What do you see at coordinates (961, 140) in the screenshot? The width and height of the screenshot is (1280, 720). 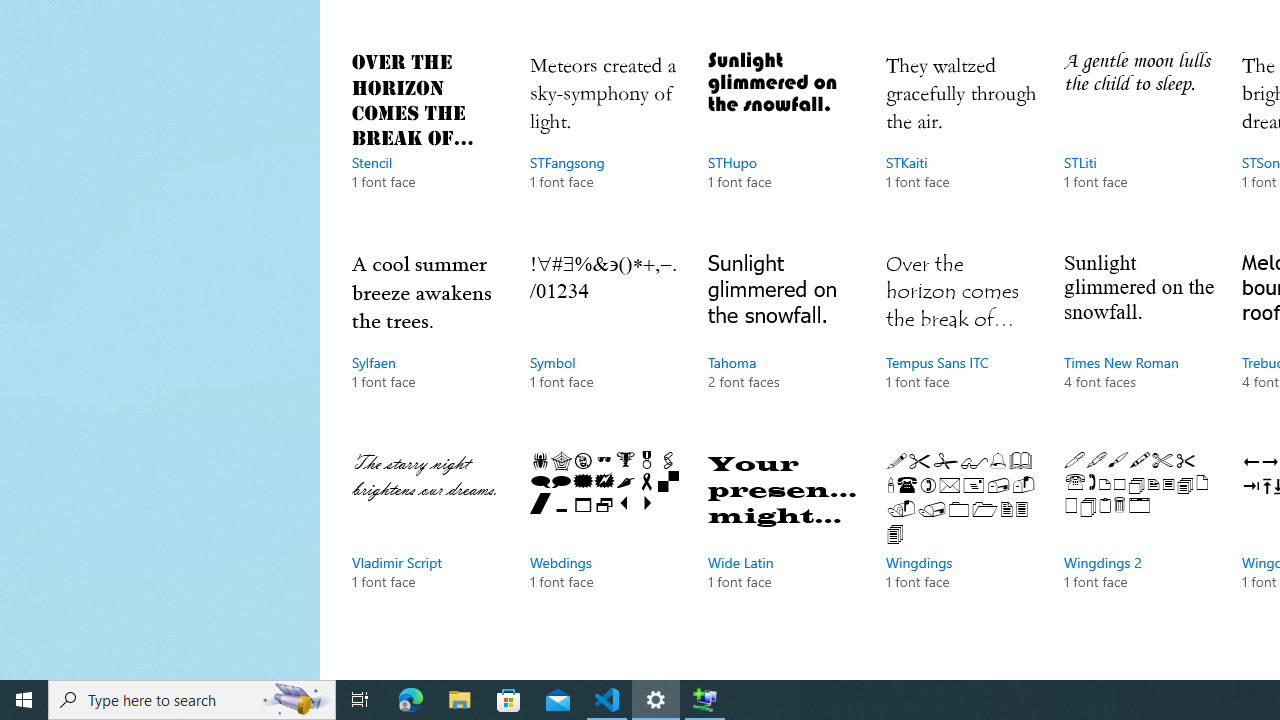 I see `'STKaiti, 1 font face'` at bounding box center [961, 140].